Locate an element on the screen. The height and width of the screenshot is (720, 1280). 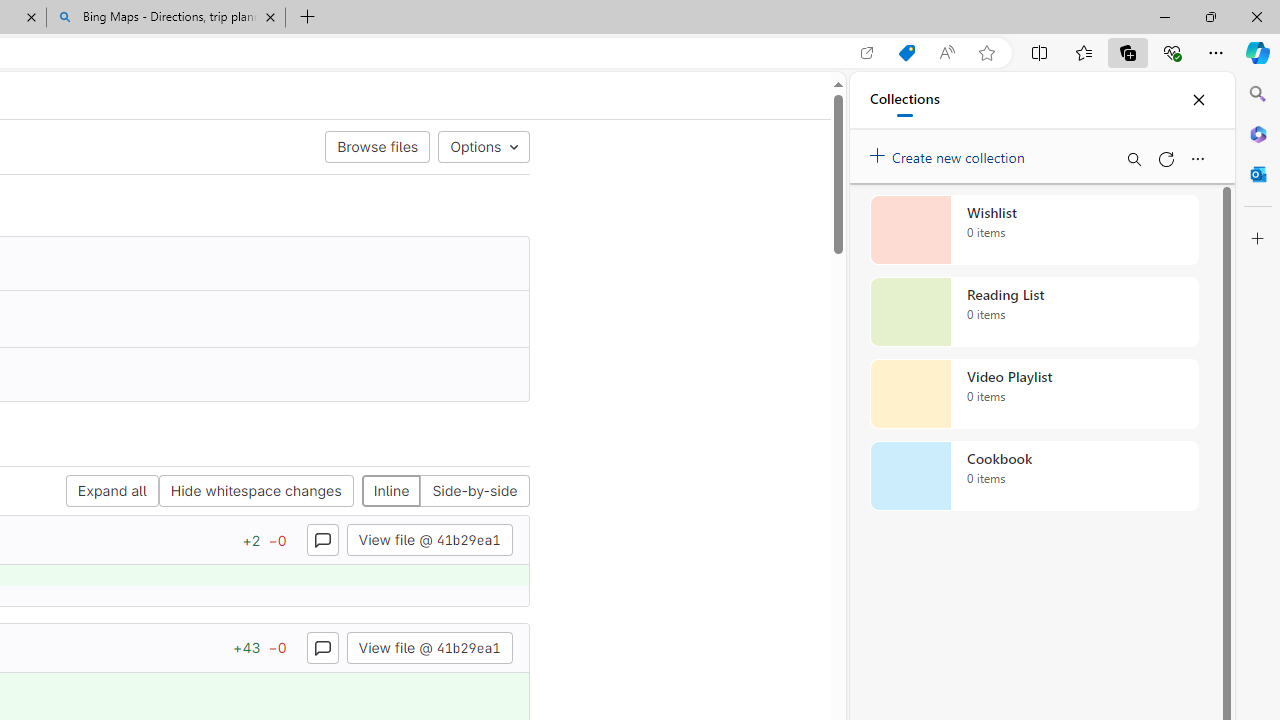
'Open in app' is located at coordinates (867, 52).